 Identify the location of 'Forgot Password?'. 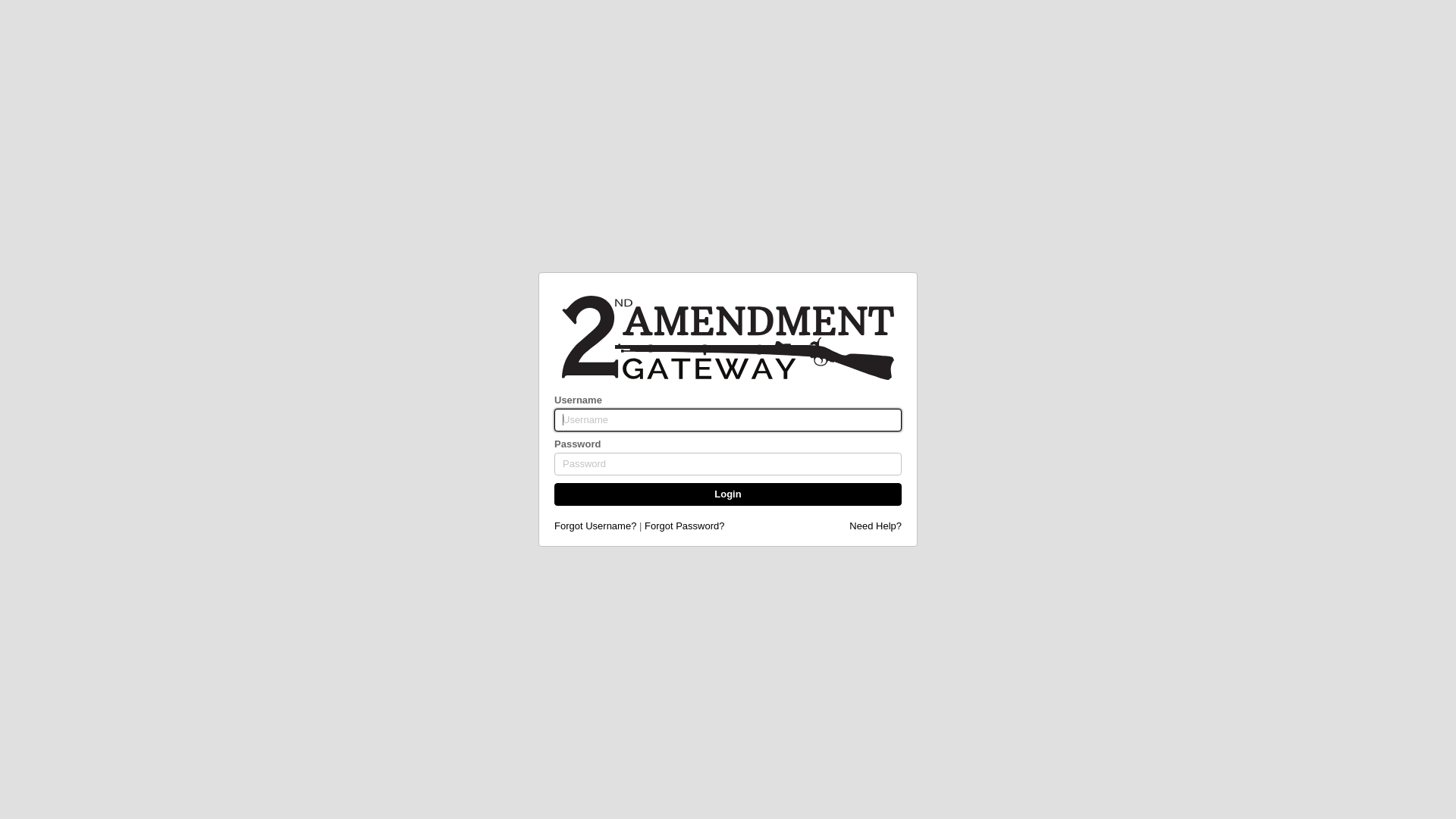
(644, 525).